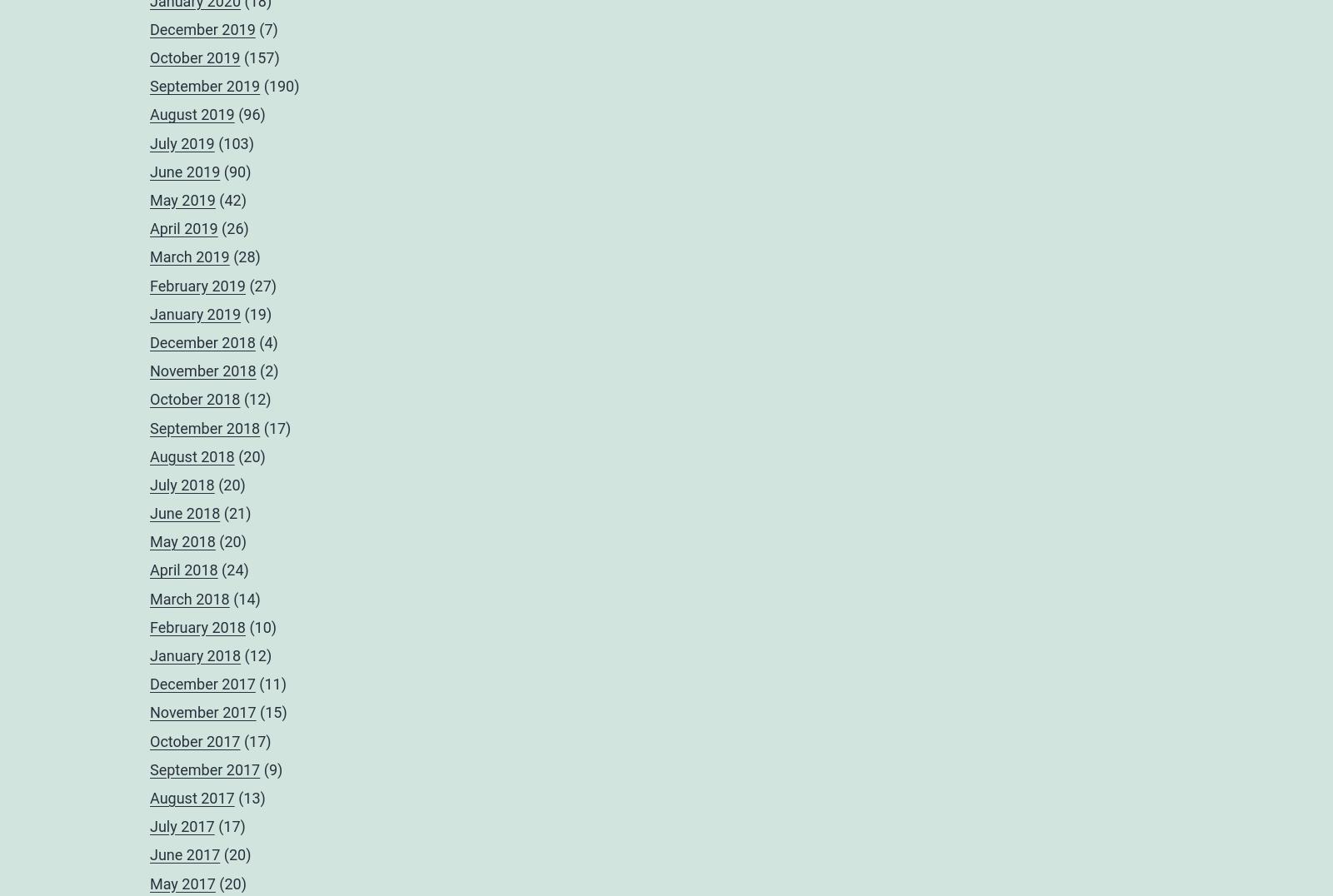 This screenshot has height=896, width=1333. I want to click on 'November 2017', so click(202, 712).